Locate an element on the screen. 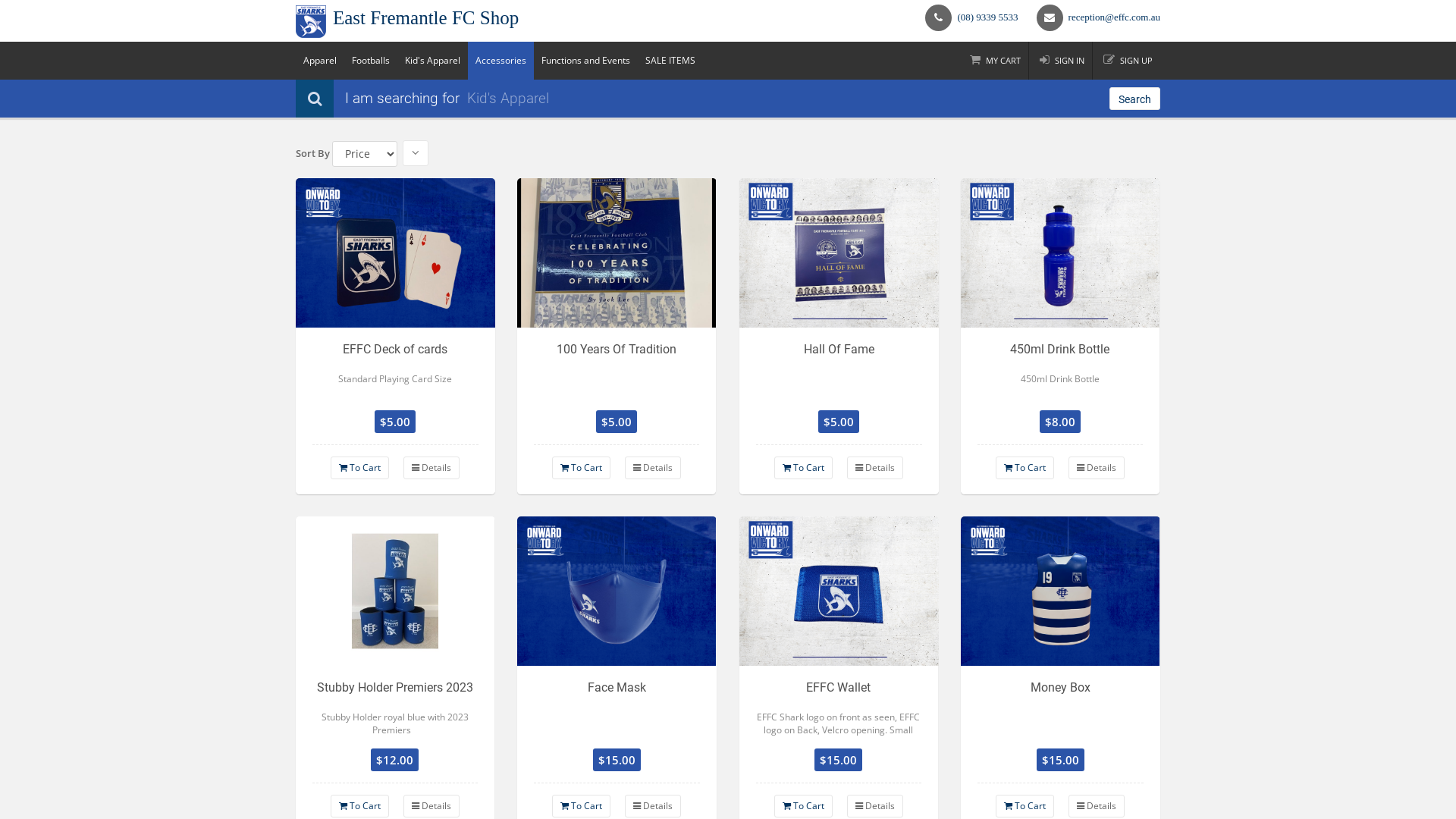 The image size is (1456, 819). 'Search' is located at coordinates (1134, 99).